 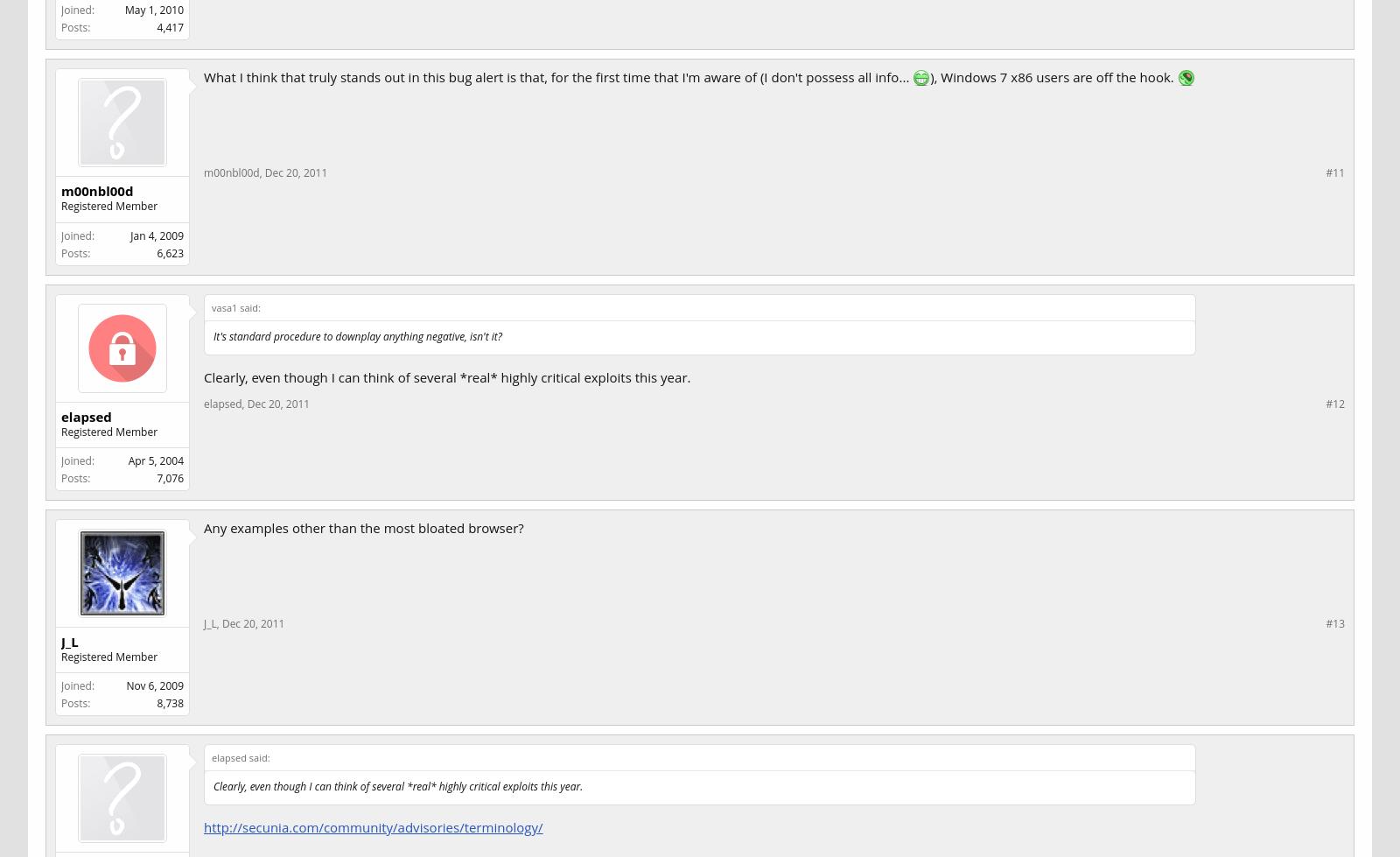 What do you see at coordinates (203, 525) in the screenshot?
I see `'Any examples other than the most bloated browser?'` at bounding box center [203, 525].